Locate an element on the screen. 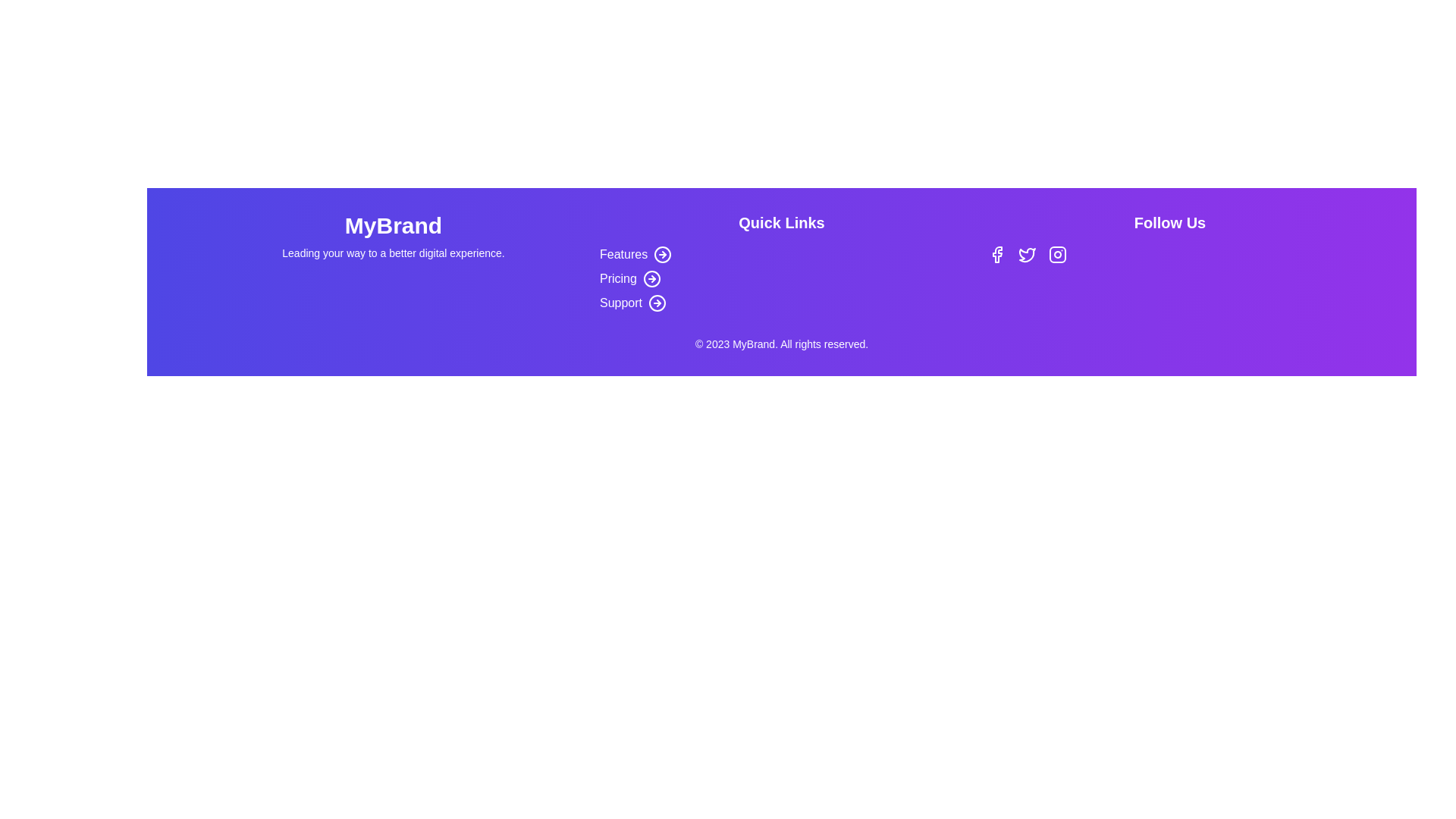 This screenshot has height=819, width=1456. text label 'Quick Links' which is styled with a bold font and white color against a gradient purple background, located in the footer section of the interface is located at coordinates (782, 222).